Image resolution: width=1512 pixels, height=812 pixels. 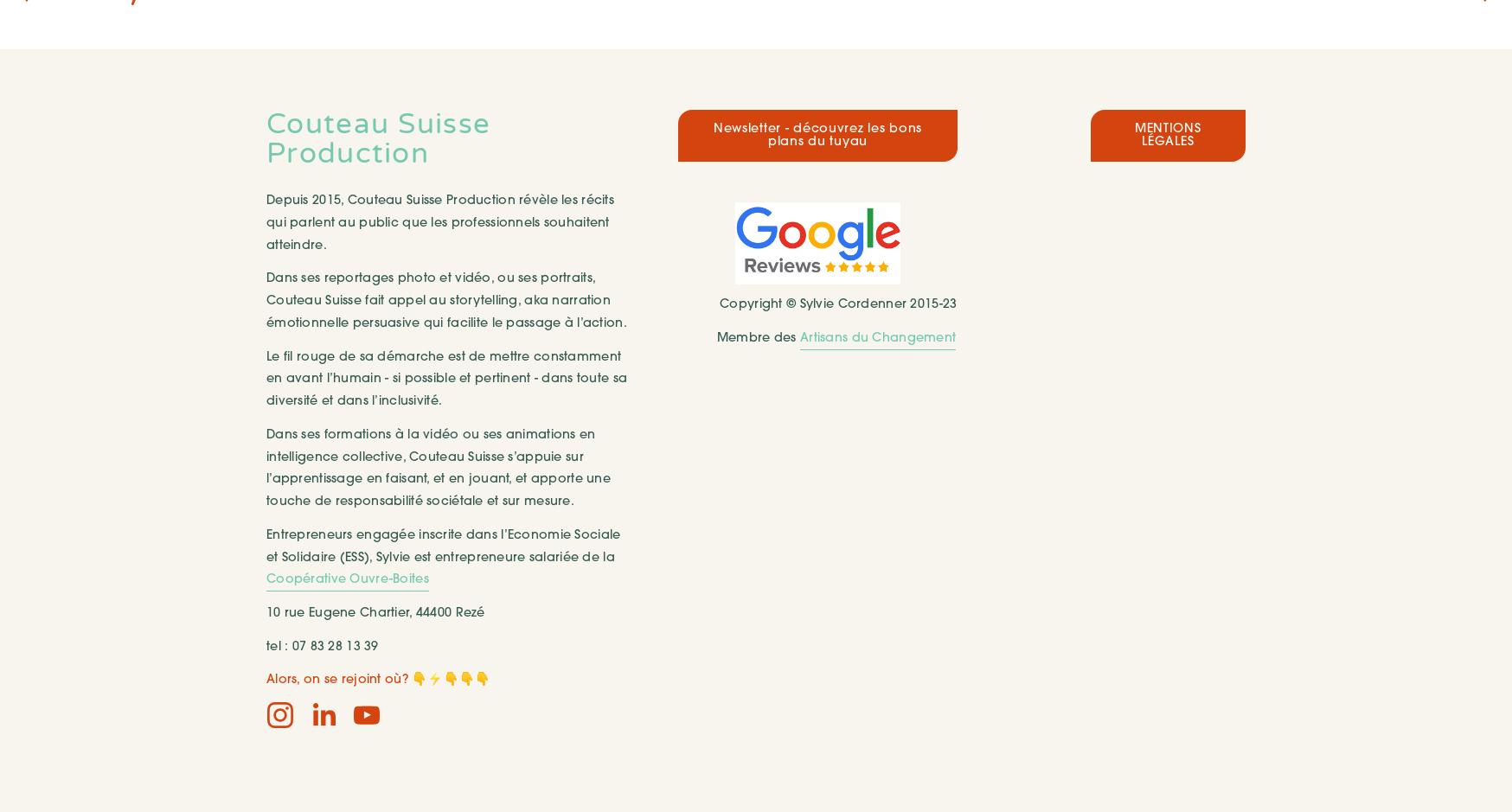 What do you see at coordinates (448, 379) in the screenshot?
I see `'Le fil rouge de sa démarche est de mettre constamment en avant l’humain - si possible et pertinent - dans toute sa diversité et dans l’inclusivité.'` at bounding box center [448, 379].